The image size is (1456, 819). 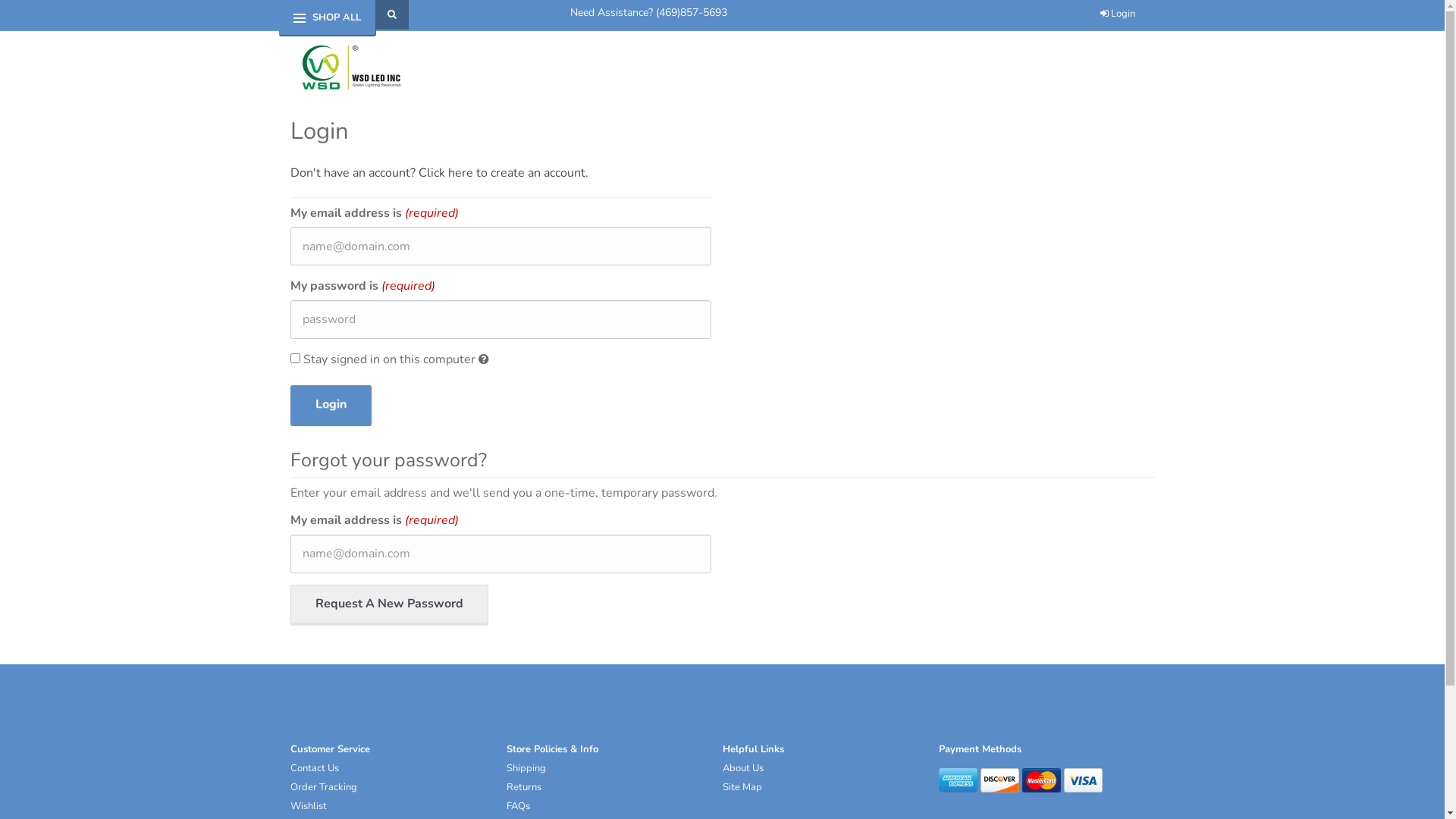 What do you see at coordinates (322, 786) in the screenshot?
I see `'Order Tracking'` at bounding box center [322, 786].